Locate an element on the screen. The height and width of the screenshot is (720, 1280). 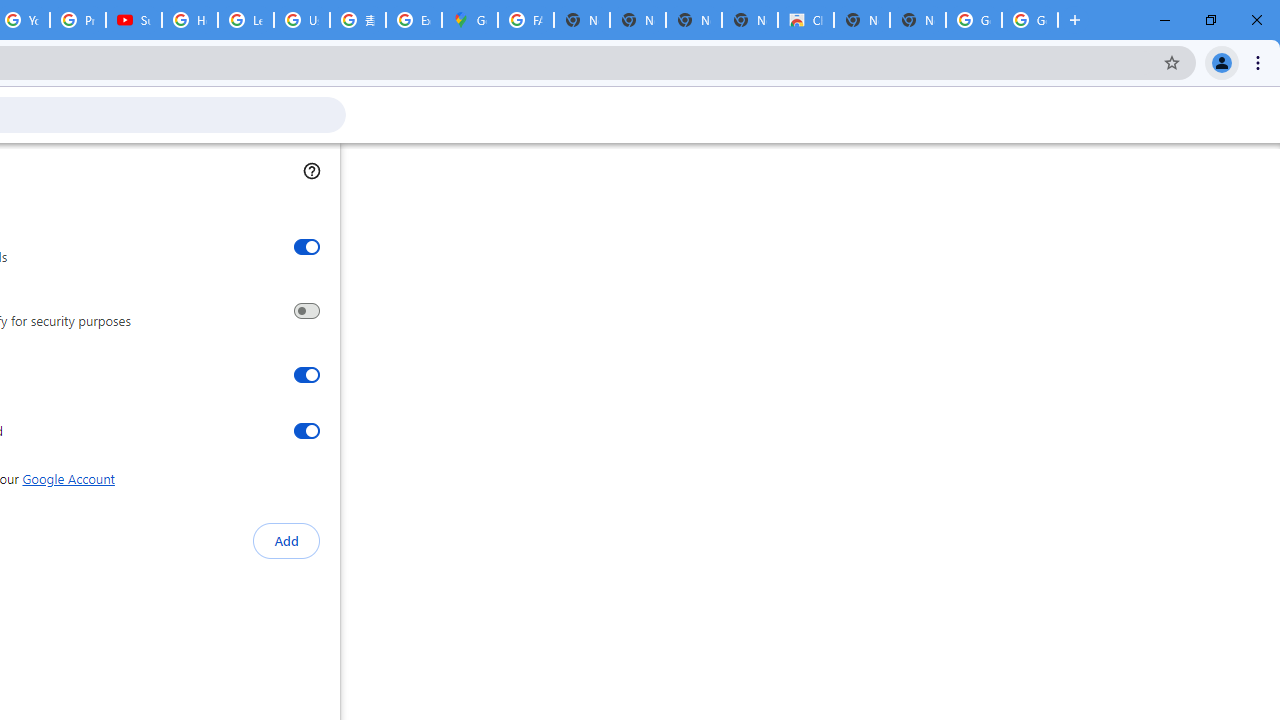
'Explore new street-level details - Google Maps Help' is located at coordinates (413, 20).